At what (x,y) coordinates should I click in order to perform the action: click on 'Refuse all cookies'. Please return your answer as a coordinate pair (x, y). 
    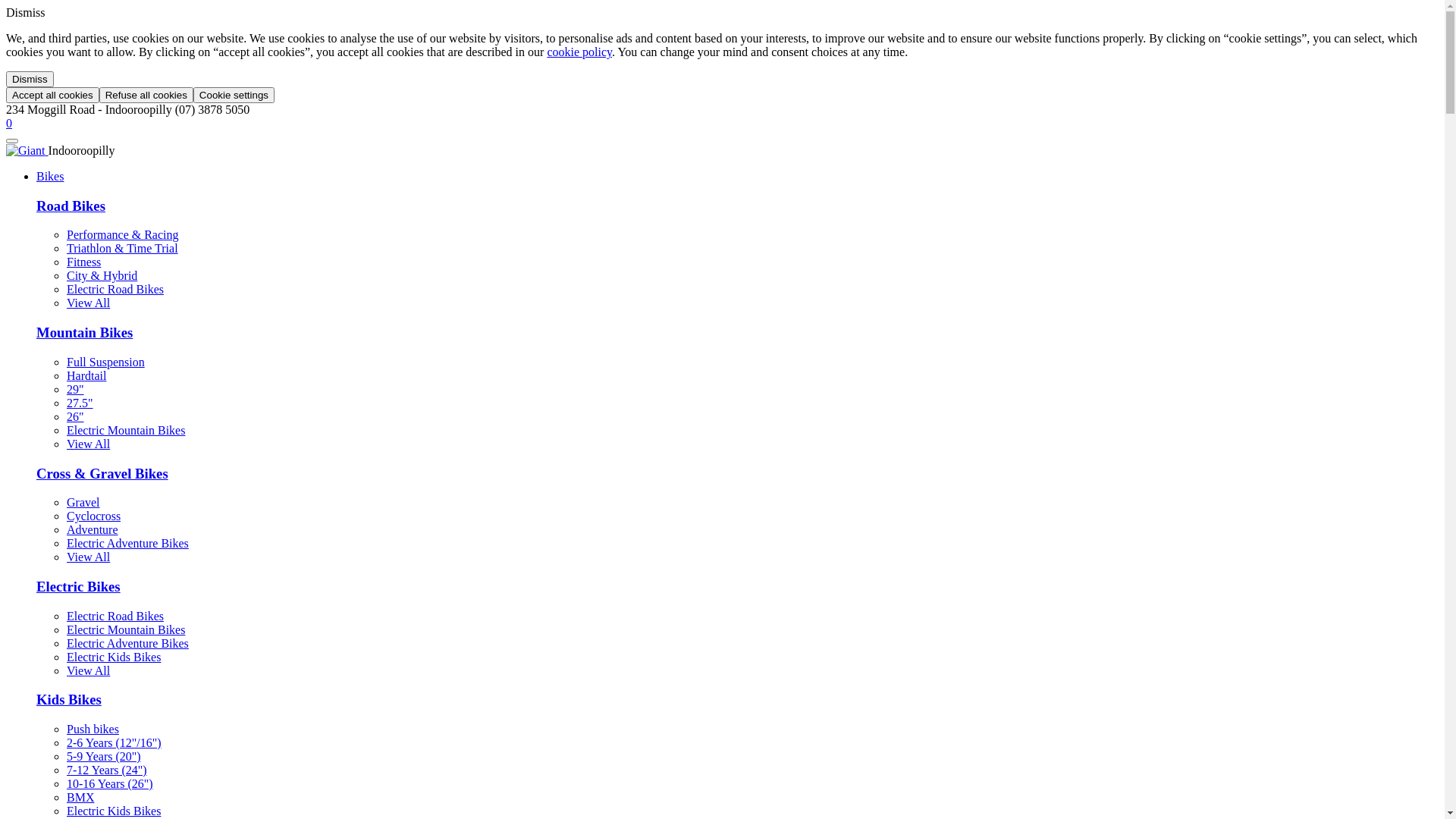
    Looking at the image, I should click on (146, 95).